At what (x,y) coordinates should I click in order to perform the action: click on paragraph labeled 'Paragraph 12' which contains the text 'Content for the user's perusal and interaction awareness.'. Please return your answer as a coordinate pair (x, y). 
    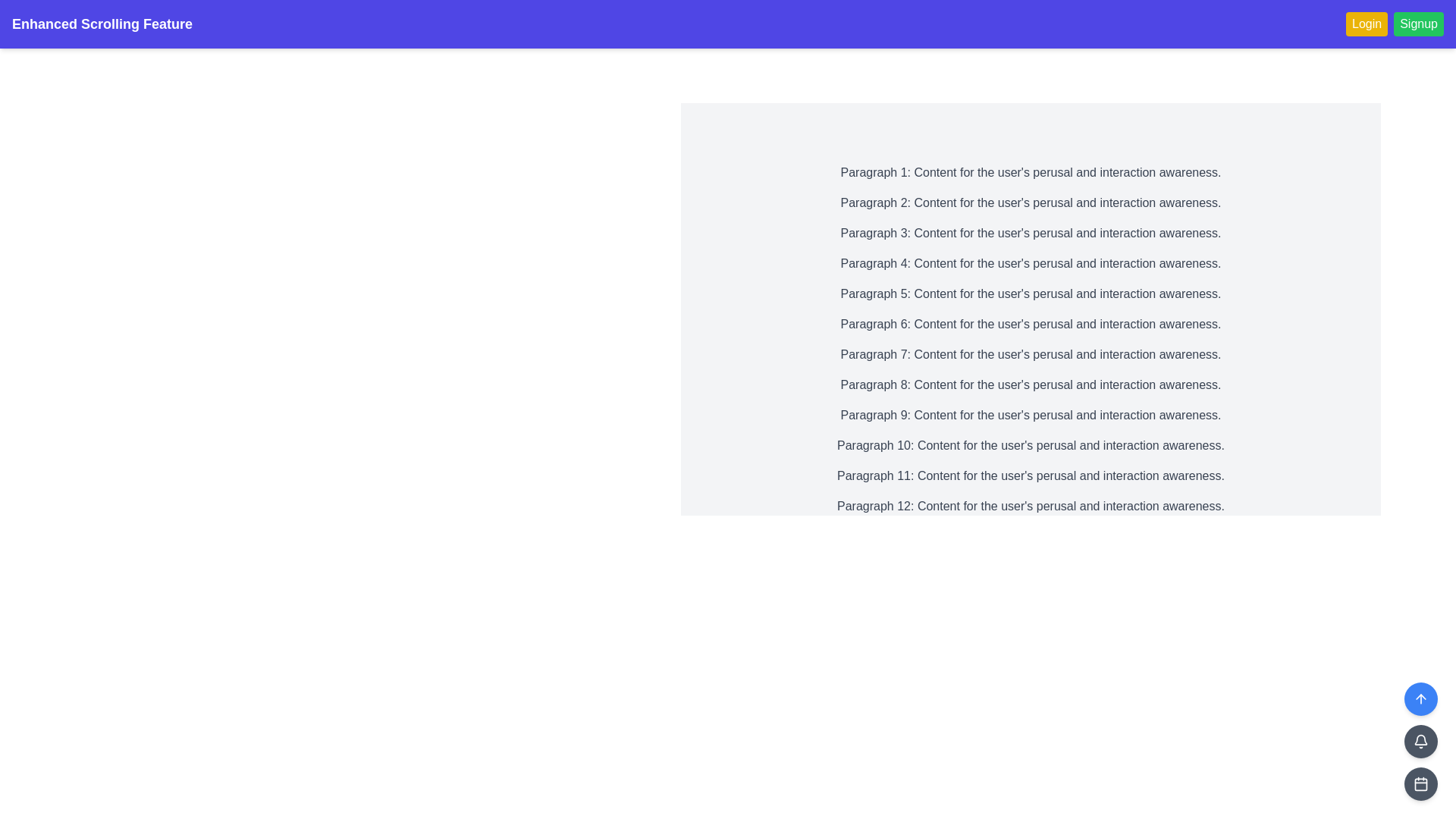
    Looking at the image, I should click on (1031, 506).